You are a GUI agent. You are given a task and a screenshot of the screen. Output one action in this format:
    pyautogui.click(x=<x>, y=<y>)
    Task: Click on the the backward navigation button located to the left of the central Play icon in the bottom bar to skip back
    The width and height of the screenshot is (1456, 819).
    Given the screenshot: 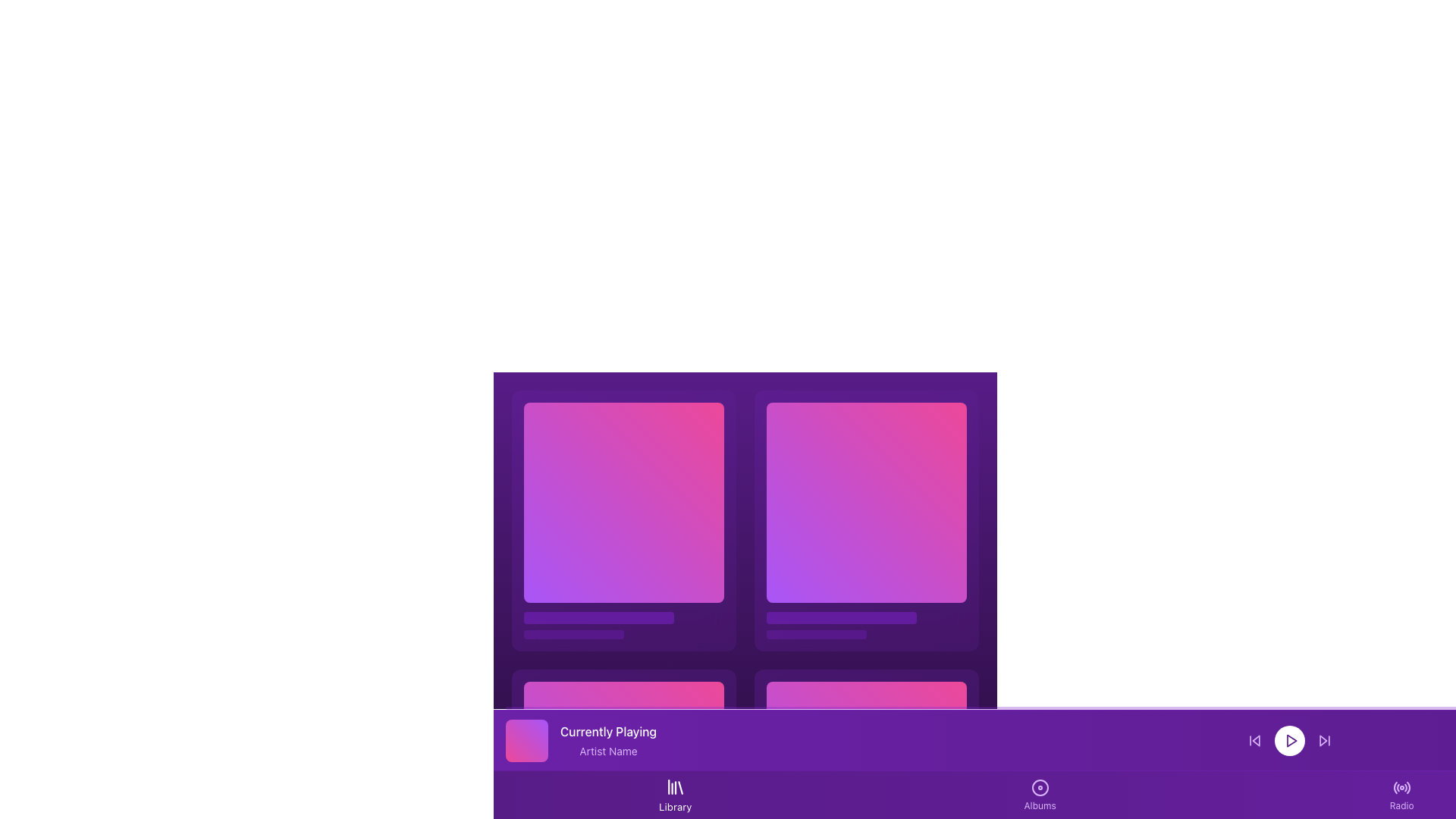 What is the action you would take?
    pyautogui.click(x=1254, y=739)
    